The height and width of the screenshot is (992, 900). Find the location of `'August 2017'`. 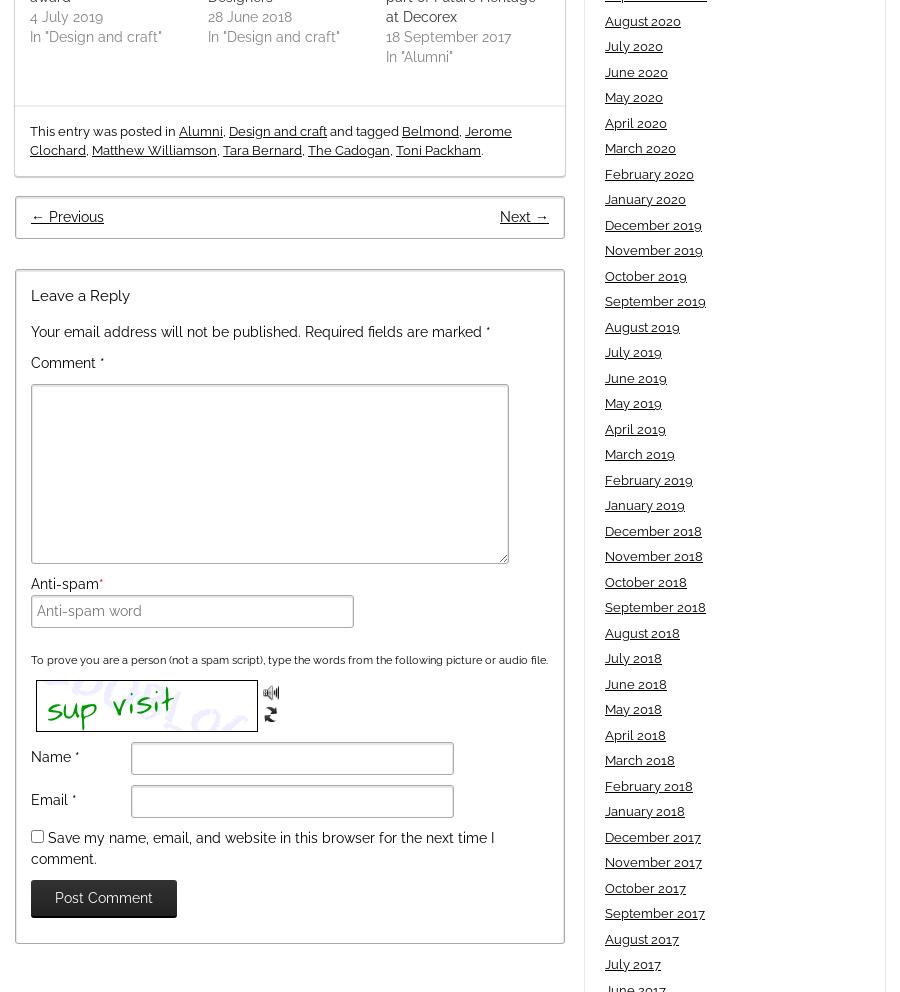

'August 2017' is located at coordinates (641, 937).